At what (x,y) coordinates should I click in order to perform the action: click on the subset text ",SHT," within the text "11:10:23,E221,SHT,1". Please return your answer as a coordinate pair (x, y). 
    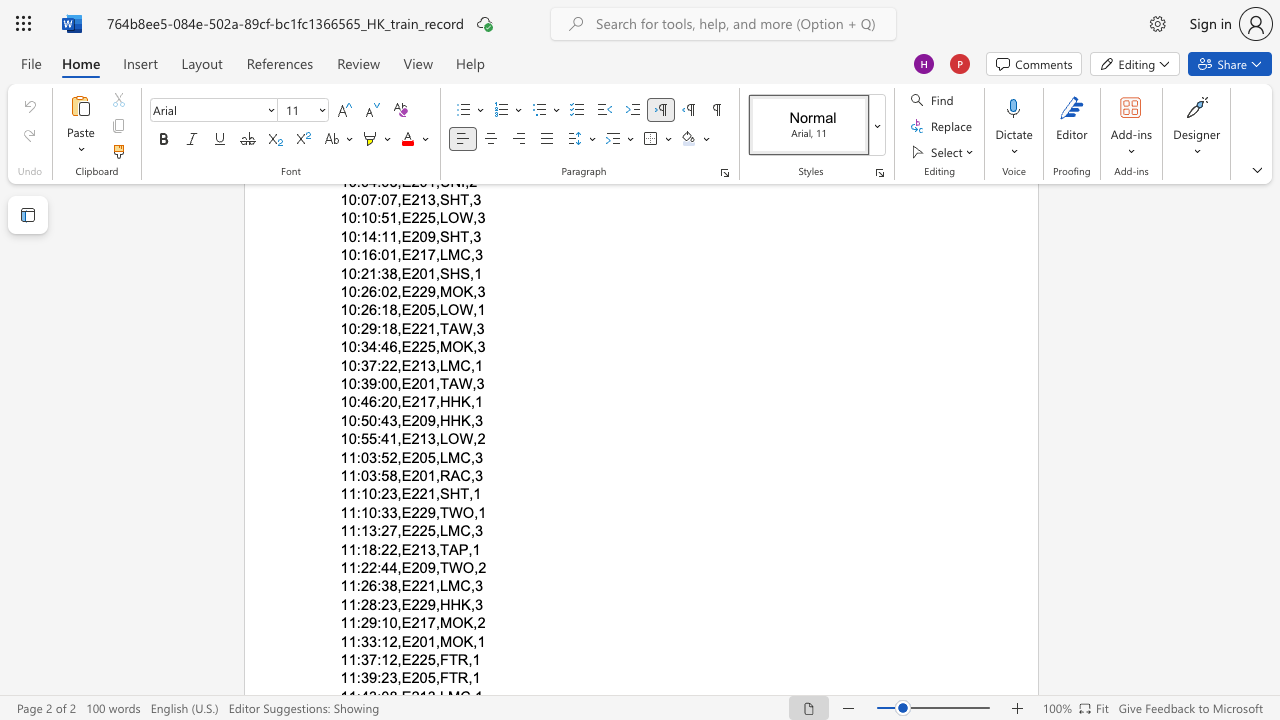
    Looking at the image, I should click on (434, 494).